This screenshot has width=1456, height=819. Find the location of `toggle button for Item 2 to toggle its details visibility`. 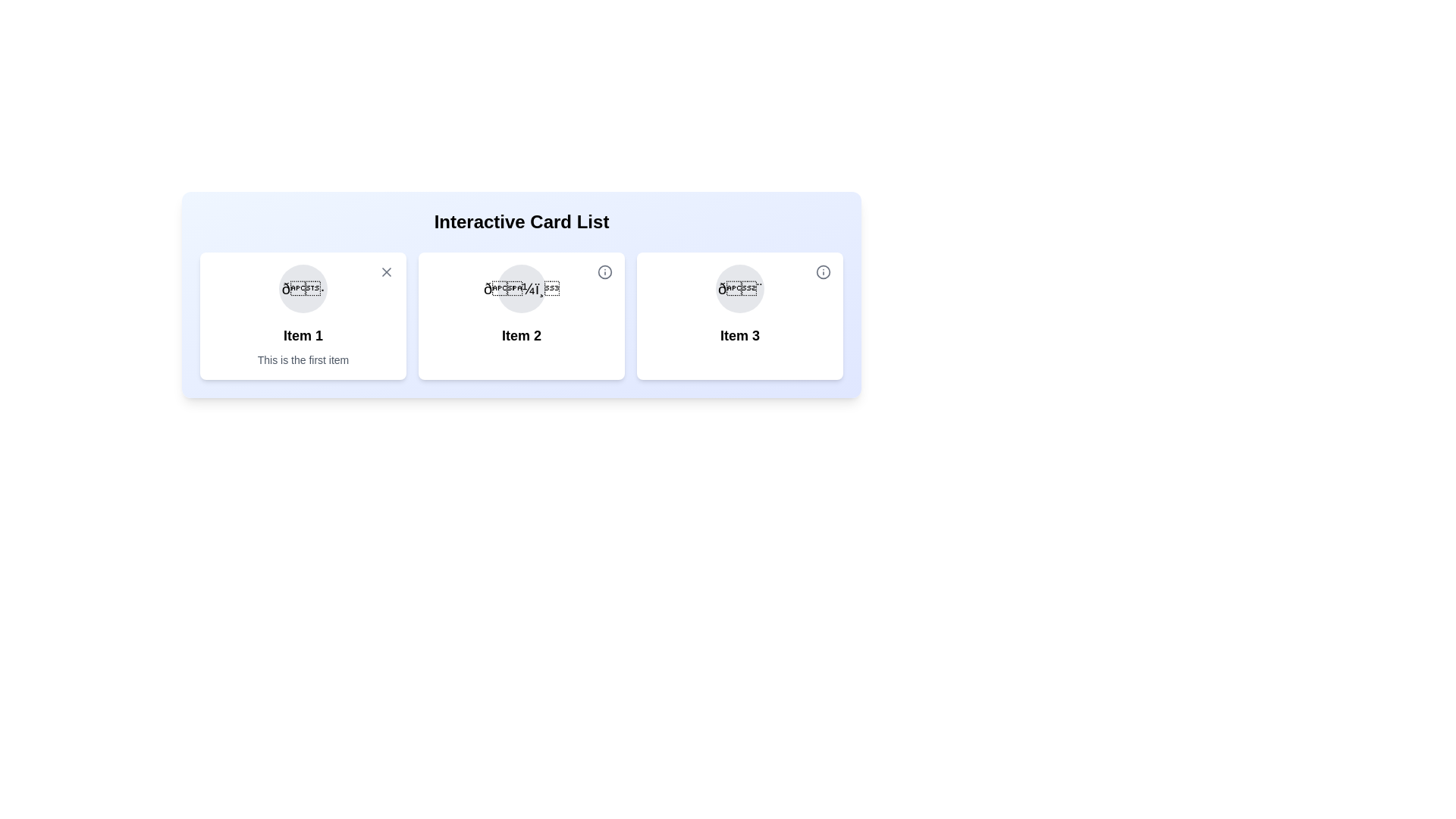

toggle button for Item 2 to toggle its details visibility is located at coordinates (604, 271).